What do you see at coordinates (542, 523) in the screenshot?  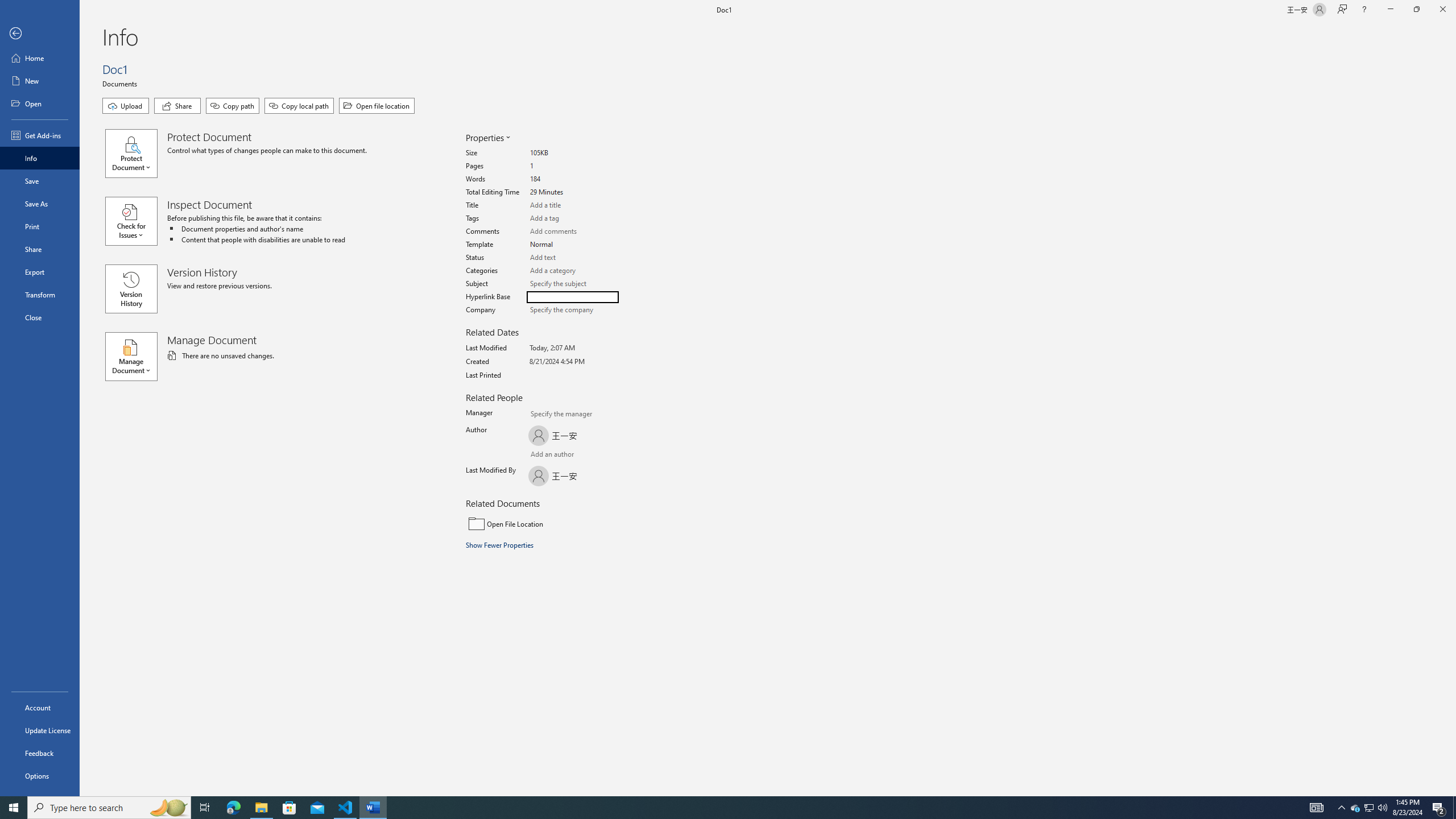 I see `'Open File Location'` at bounding box center [542, 523].